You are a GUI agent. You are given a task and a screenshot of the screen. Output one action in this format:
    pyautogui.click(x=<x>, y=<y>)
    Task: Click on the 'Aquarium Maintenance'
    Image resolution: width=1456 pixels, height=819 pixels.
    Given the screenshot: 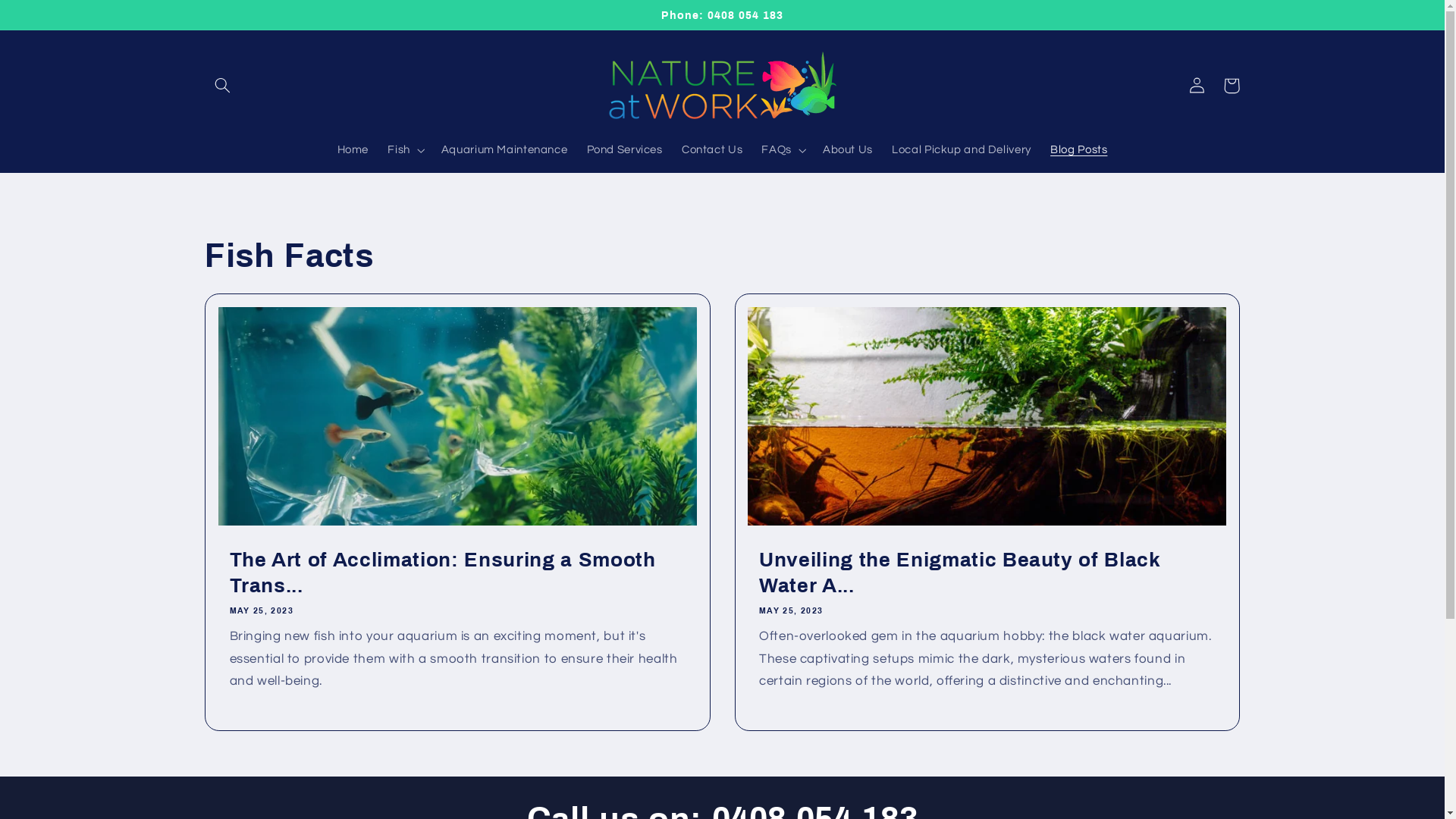 What is the action you would take?
    pyautogui.click(x=504, y=149)
    